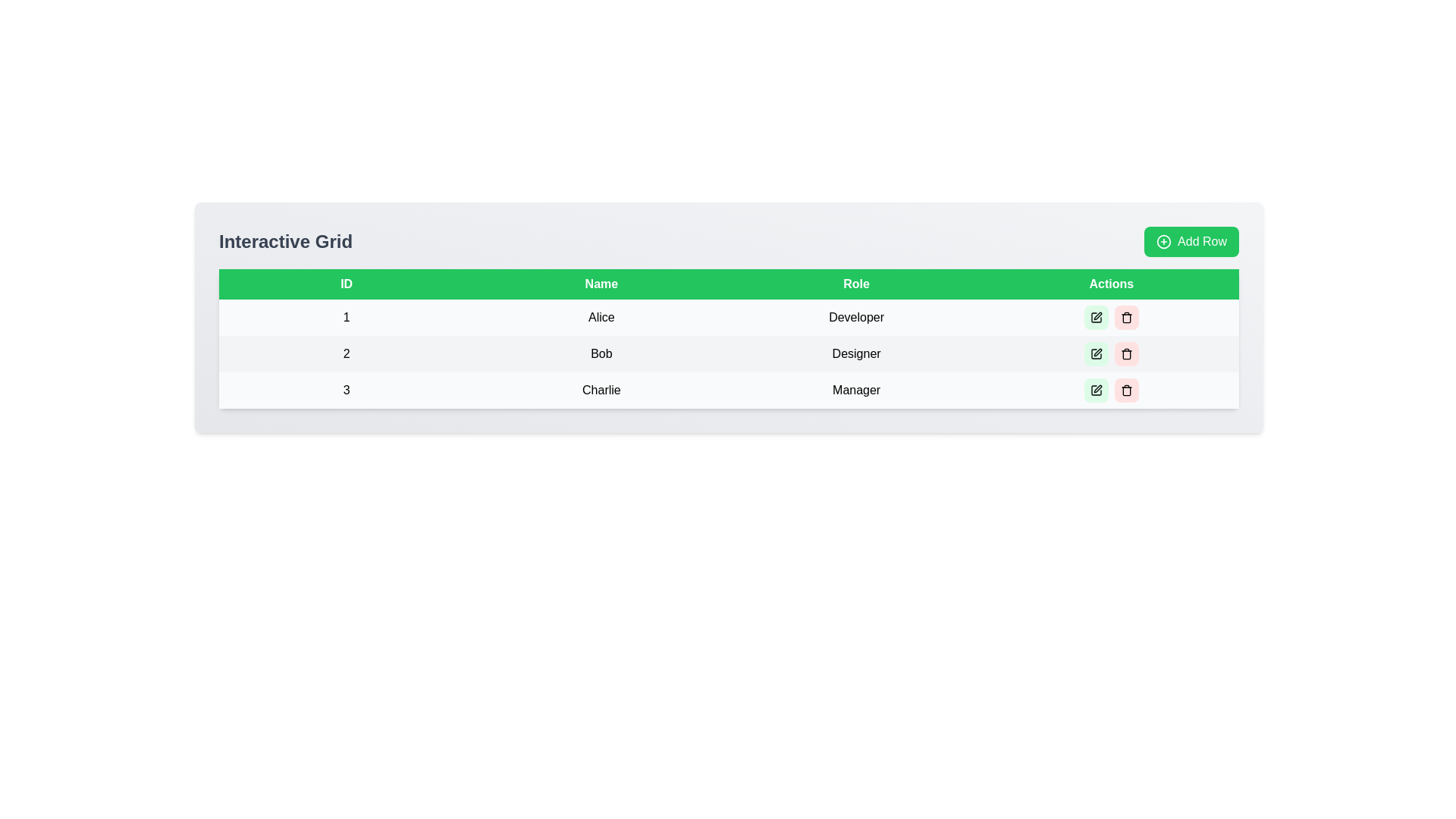  What do you see at coordinates (1126, 317) in the screenshot?
I see `the small, square button with rounded corners featuring a trash can icon, located in the 'Actions' column of the first row of the interactive grid, to the right of the green 'edit' button` at bounding box center [1126, 317].